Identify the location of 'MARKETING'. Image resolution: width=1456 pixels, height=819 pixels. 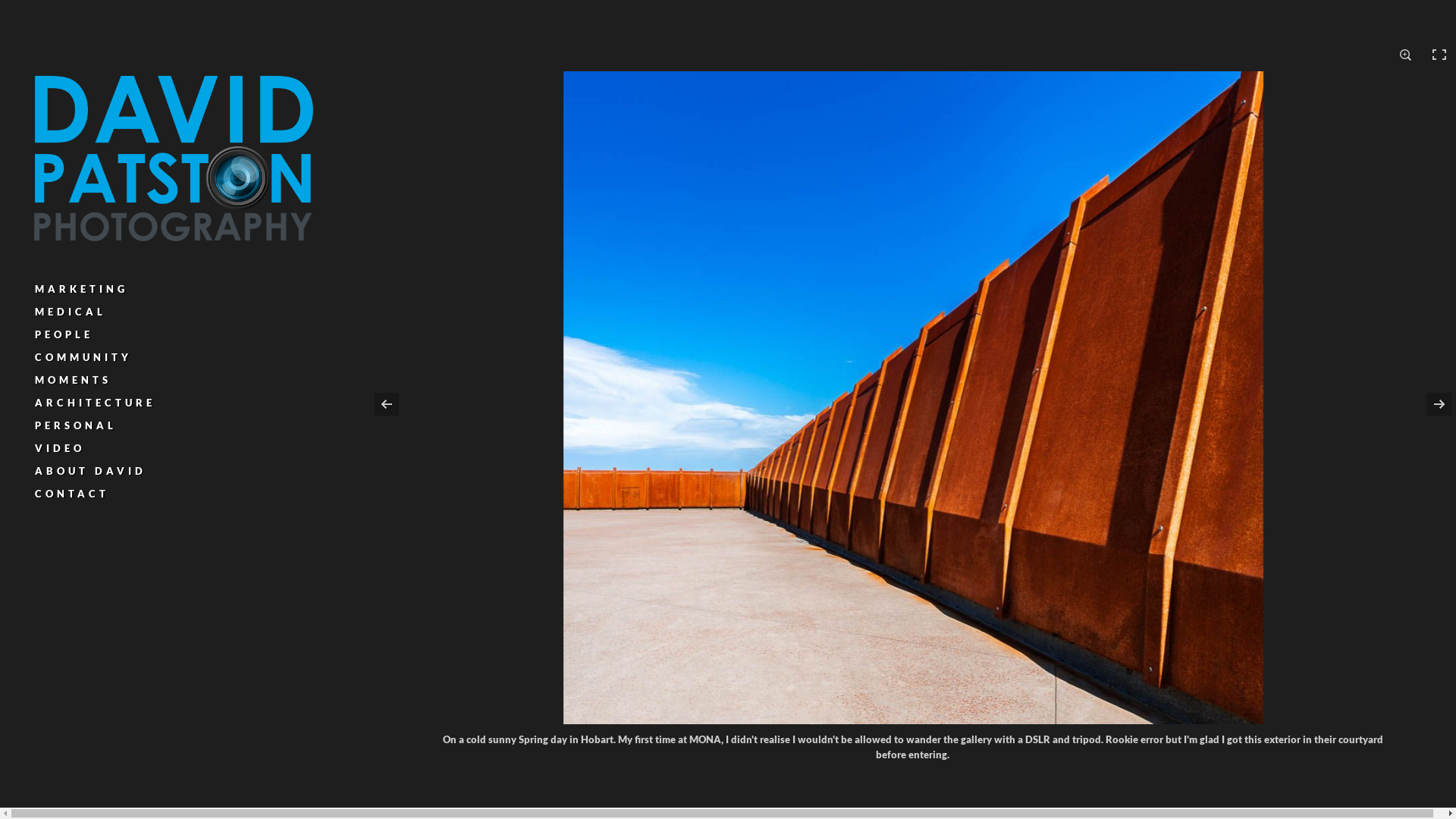
(80, 289).